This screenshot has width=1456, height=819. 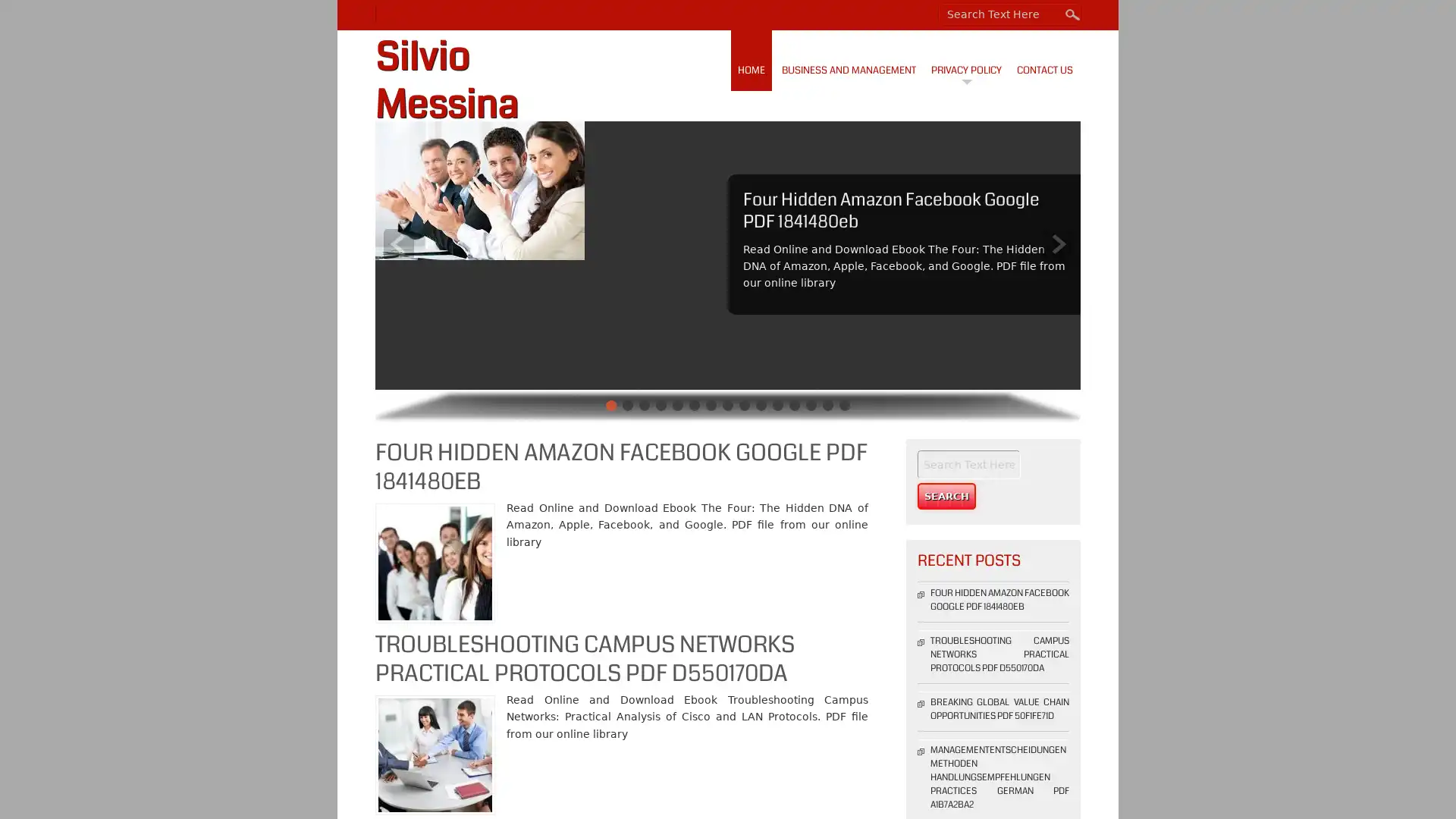 I want to click on Search, so click(x=946, y=496).